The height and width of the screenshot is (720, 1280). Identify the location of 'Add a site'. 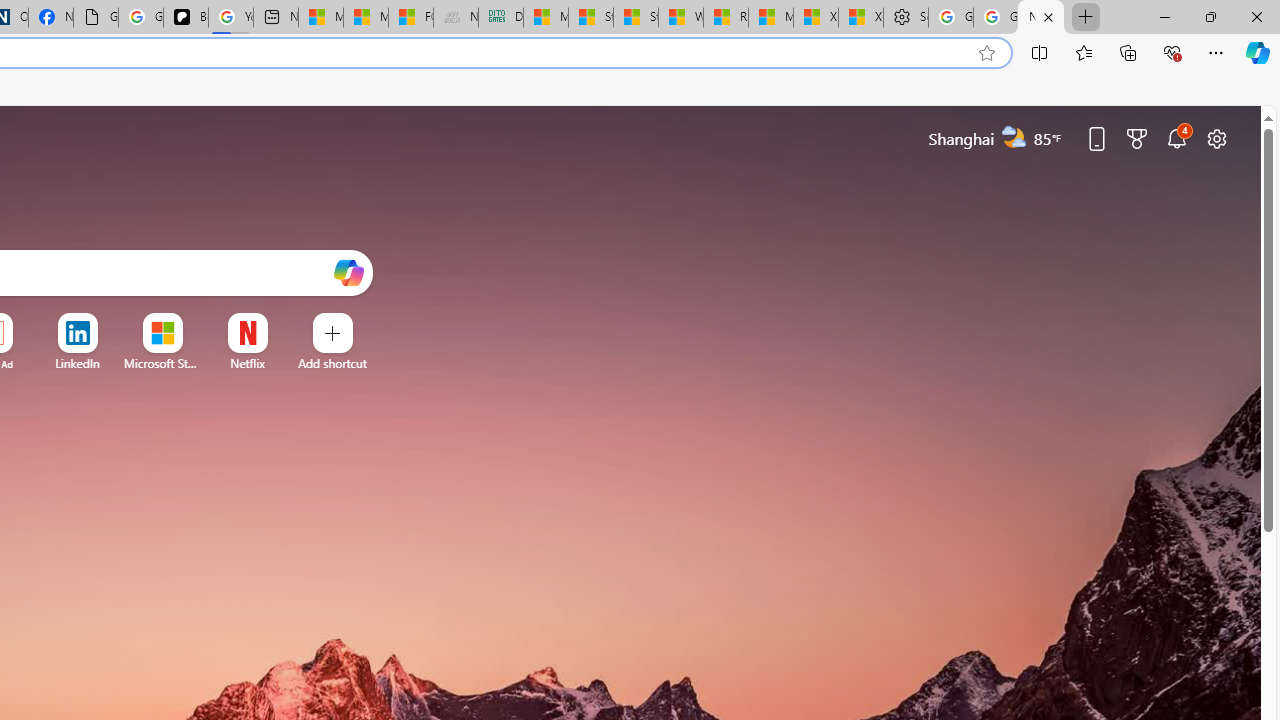
(332, 363).